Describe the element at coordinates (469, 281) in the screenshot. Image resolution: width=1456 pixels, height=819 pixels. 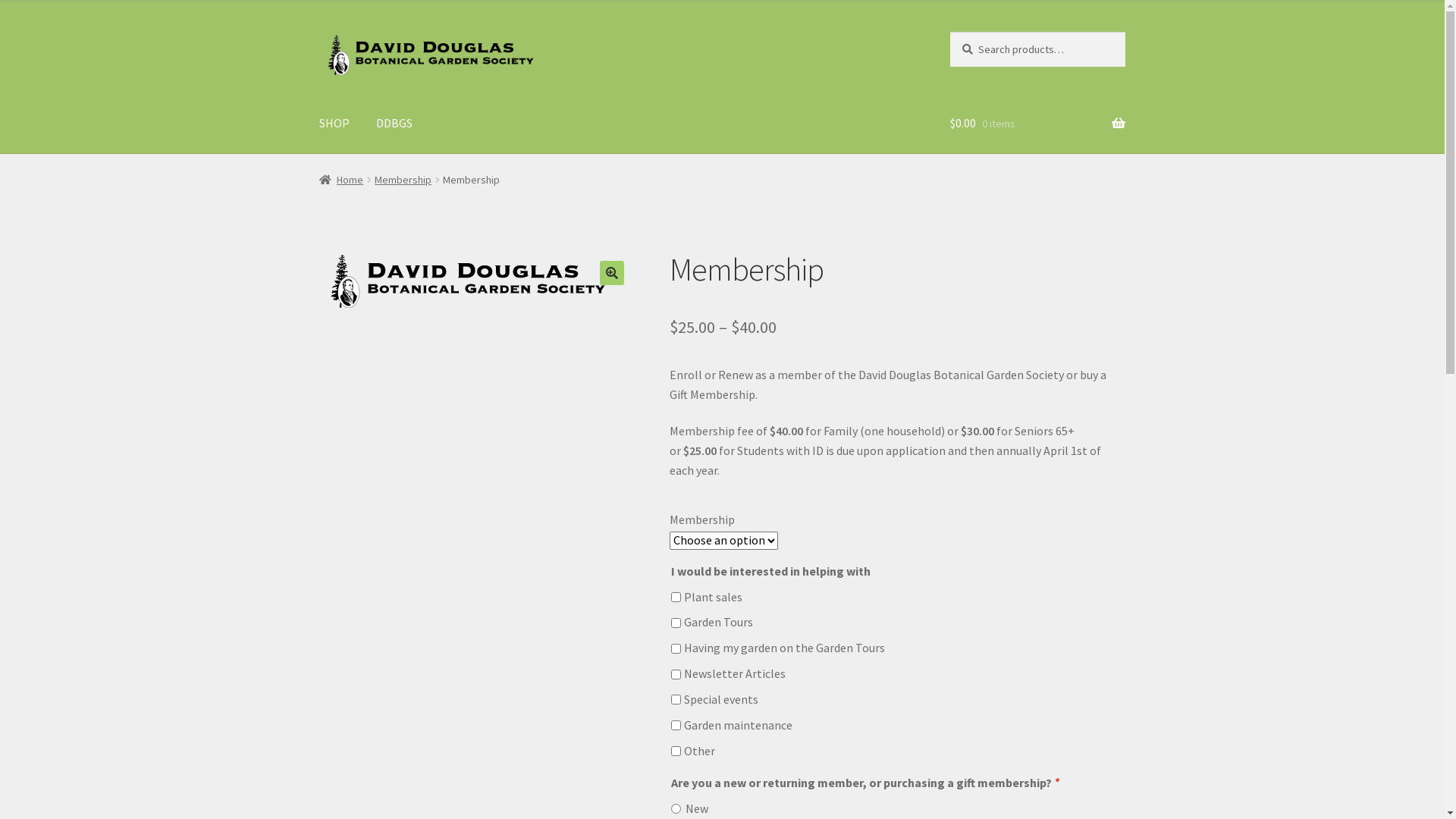
I see `'logo-DDBGS-400x80-2'` at that location.